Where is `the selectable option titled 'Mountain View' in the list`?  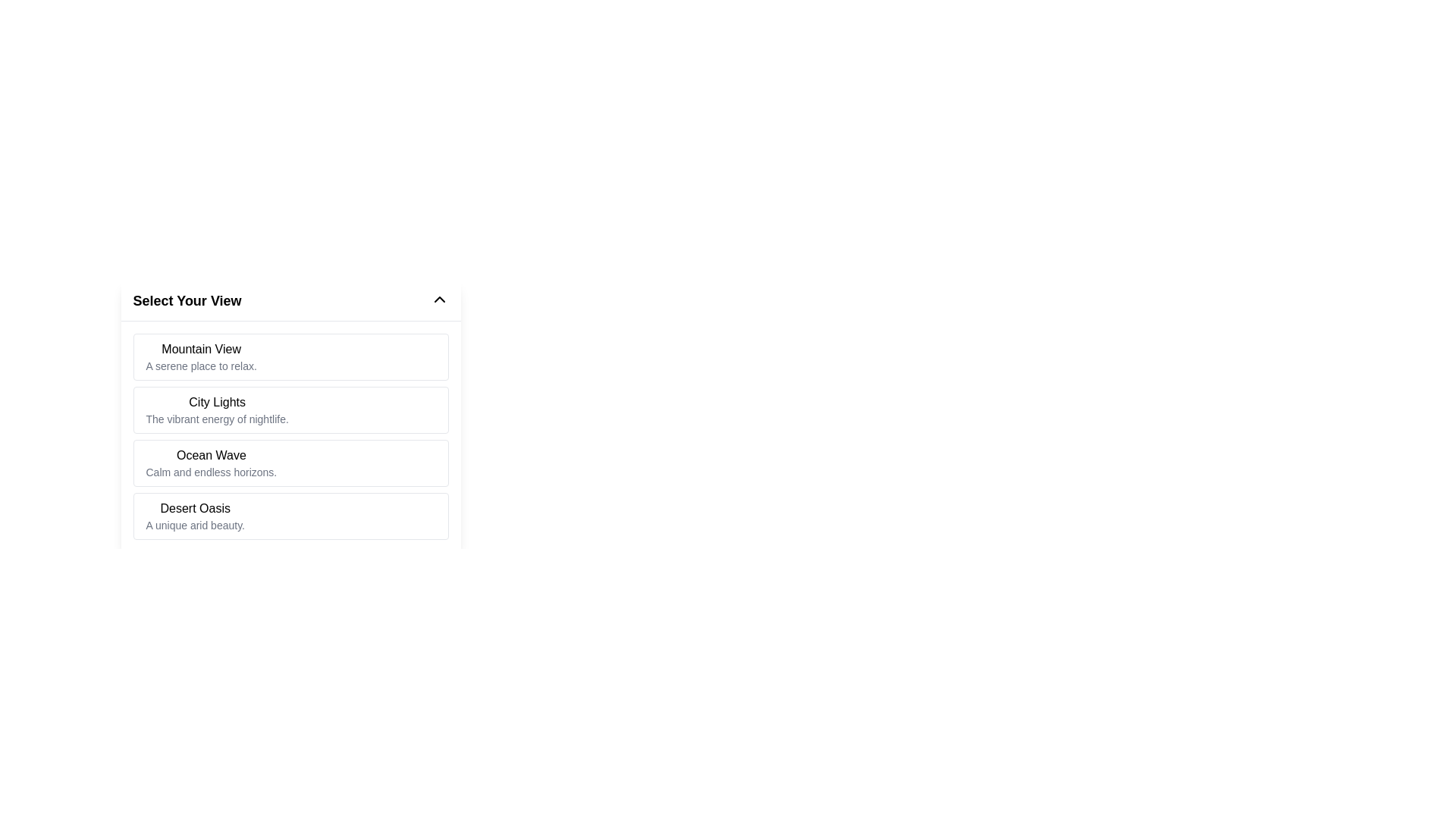 the selectable option titled 'Mountain View' in the list is located at coordinates (290, 356).